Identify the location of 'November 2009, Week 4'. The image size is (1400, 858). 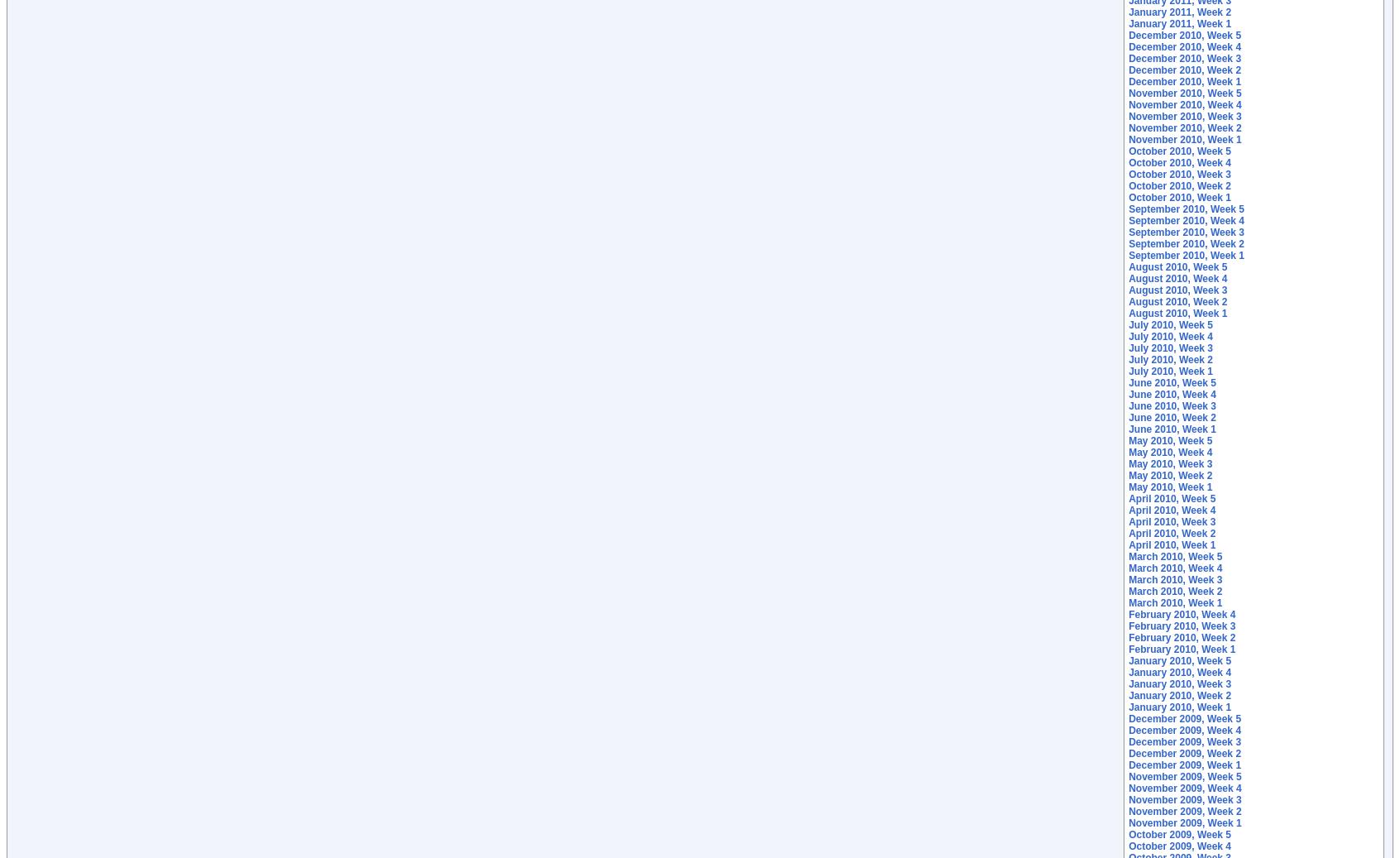
(1183, 788).